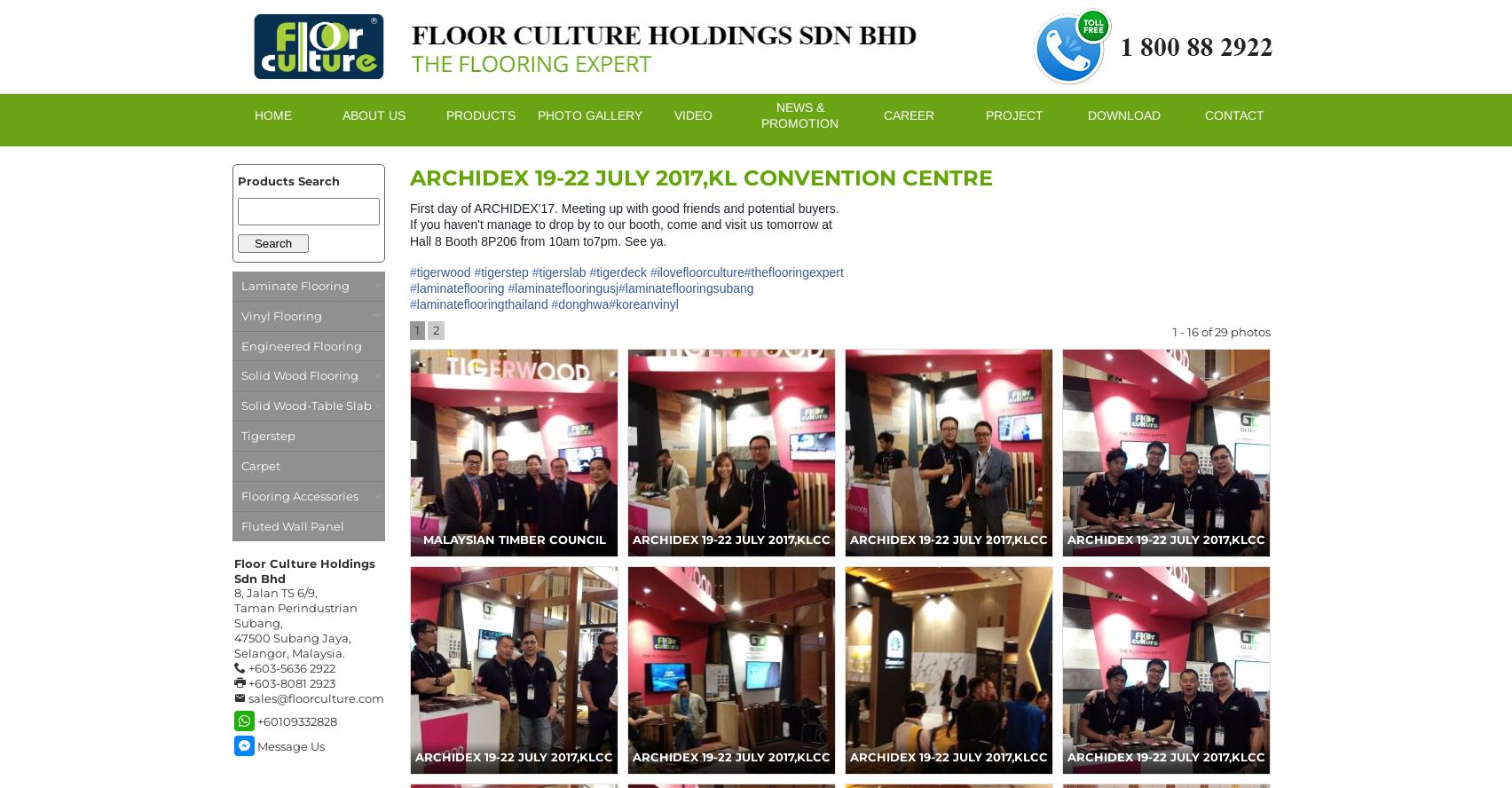  Describe the element at coordinates (482, 304) in the screenshot. I see `'laminateflooringthailand'` at that location.